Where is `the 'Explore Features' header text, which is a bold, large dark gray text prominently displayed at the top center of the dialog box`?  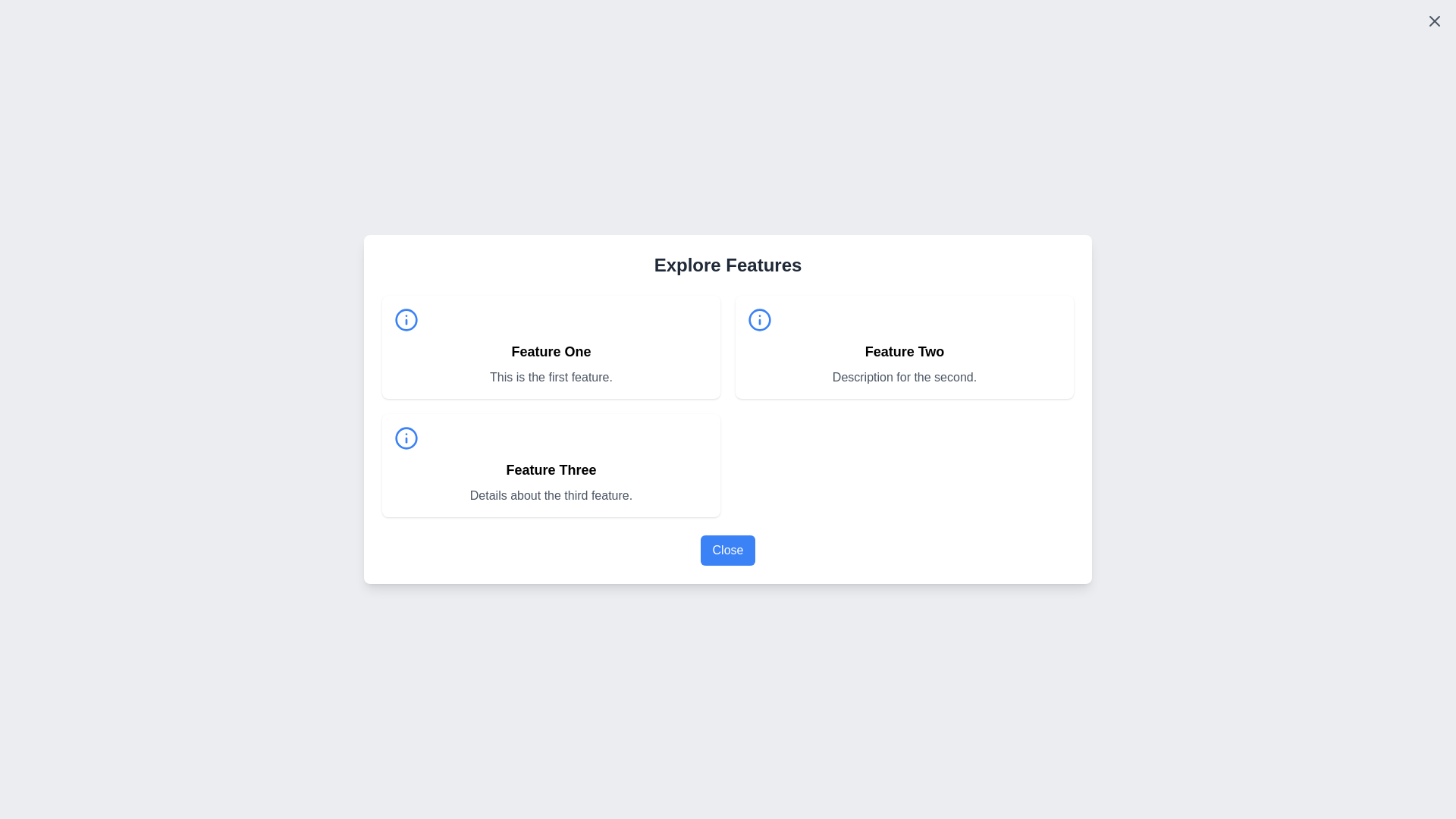 the 'Explore Features' header text, which is a bold, large dark gray text prominently displayed at the top center of the dialog box is located at coordinates (728, 265).